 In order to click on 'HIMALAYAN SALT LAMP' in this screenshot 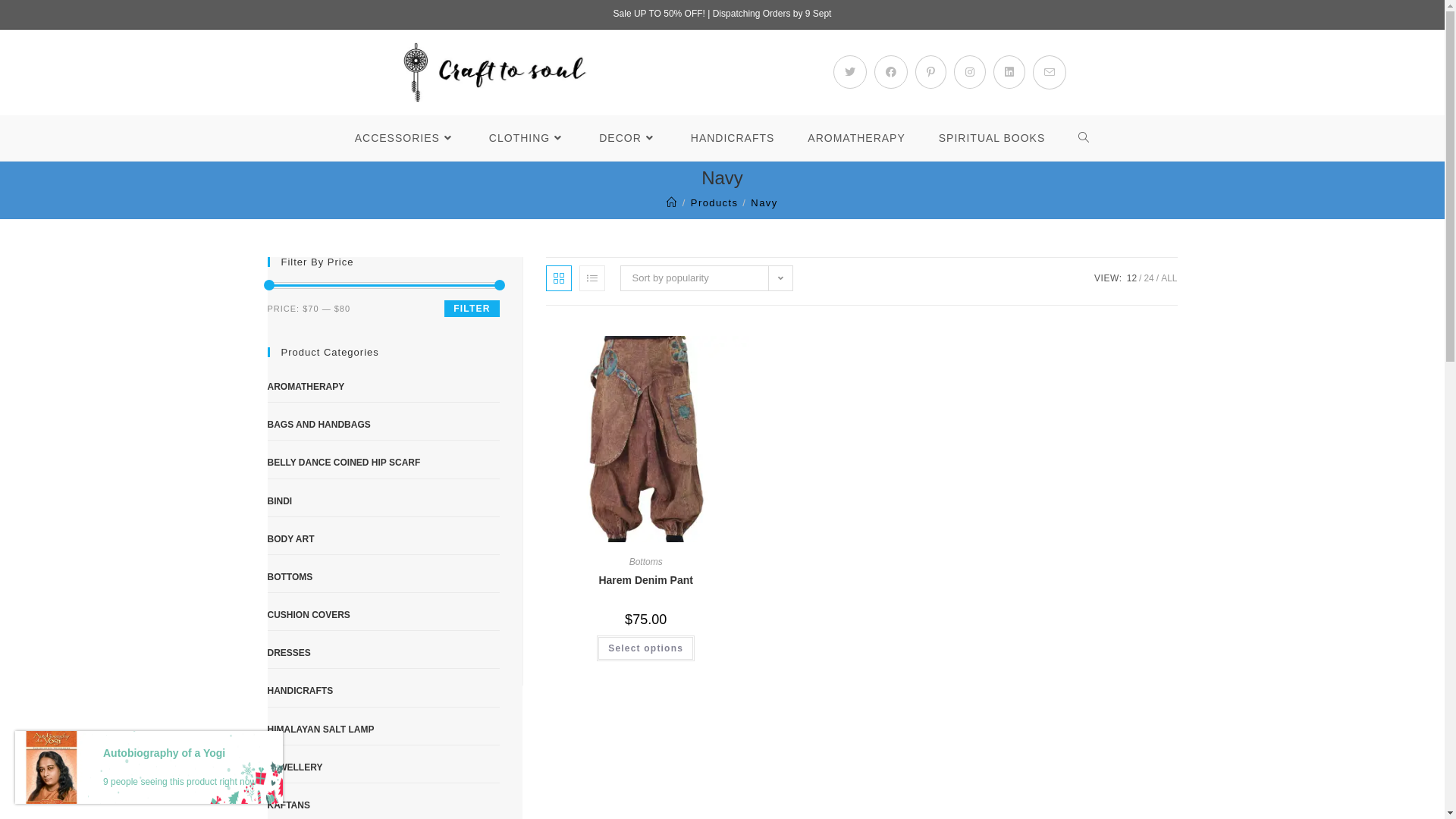, I will do `click(382, 730)`.